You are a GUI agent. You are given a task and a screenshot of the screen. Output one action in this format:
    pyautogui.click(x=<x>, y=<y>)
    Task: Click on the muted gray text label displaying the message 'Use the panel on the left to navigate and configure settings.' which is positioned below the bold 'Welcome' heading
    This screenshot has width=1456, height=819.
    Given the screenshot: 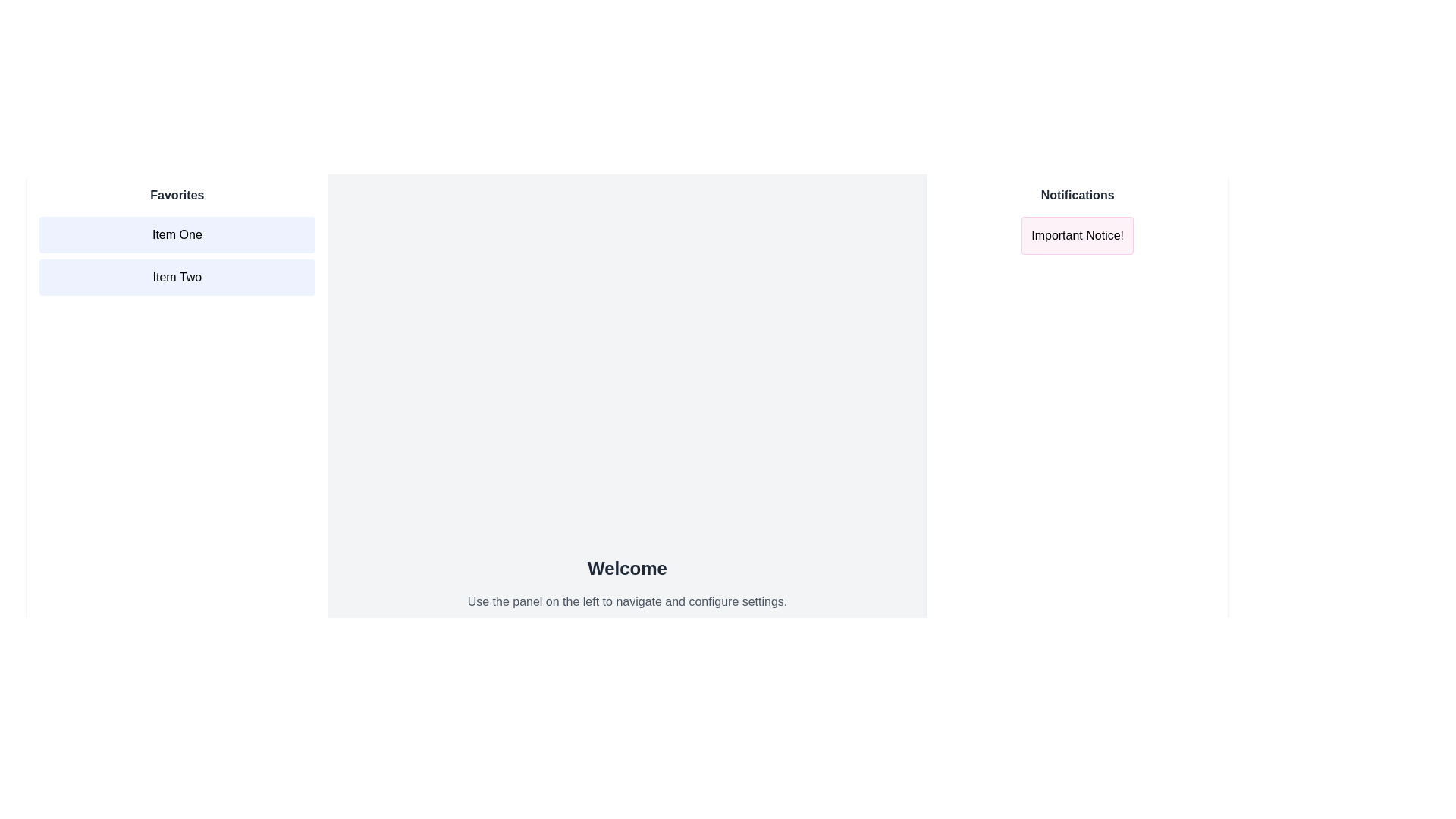 What is the action you would take?
    pyautogui.click(x=627, y=601)
    